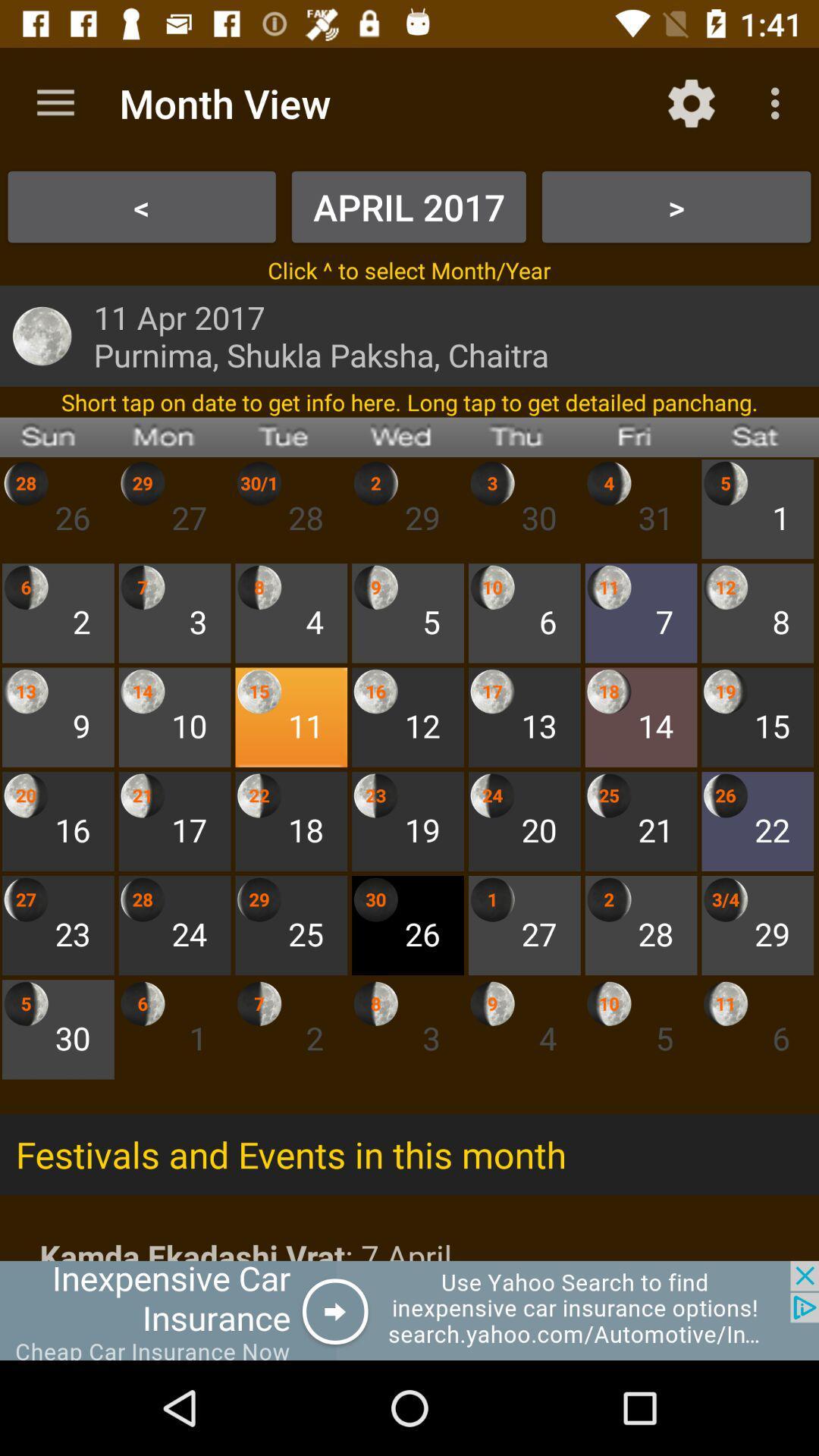 The image size is (819, 1456). Describe the element at coordinates (409, 1310) in the screenshot. I see `advertisement` at that location.